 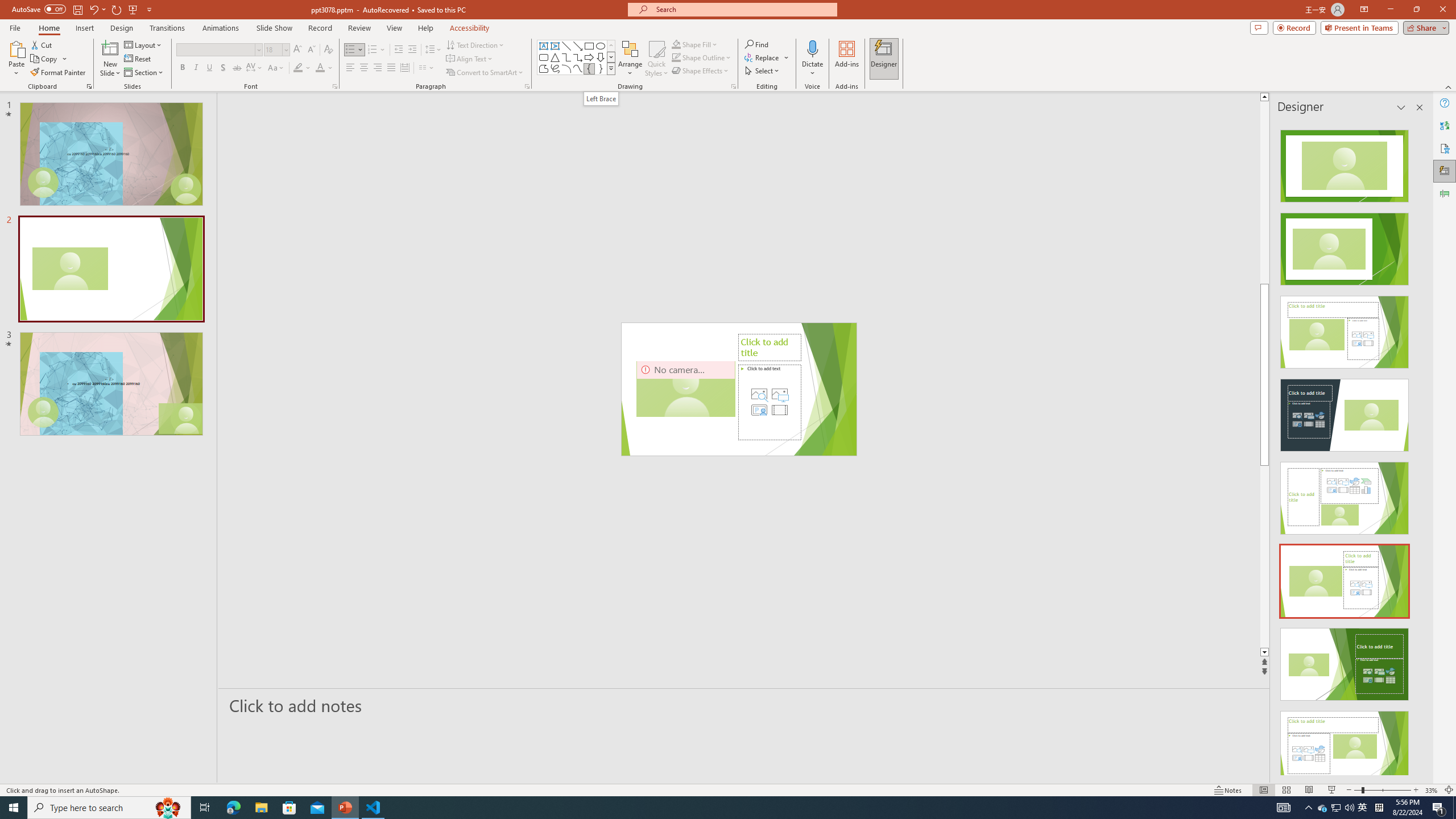 What do you see at coordinates (377, 49) in the screenshot?
I see `'Numbering'` at bounding box center [377, 49].